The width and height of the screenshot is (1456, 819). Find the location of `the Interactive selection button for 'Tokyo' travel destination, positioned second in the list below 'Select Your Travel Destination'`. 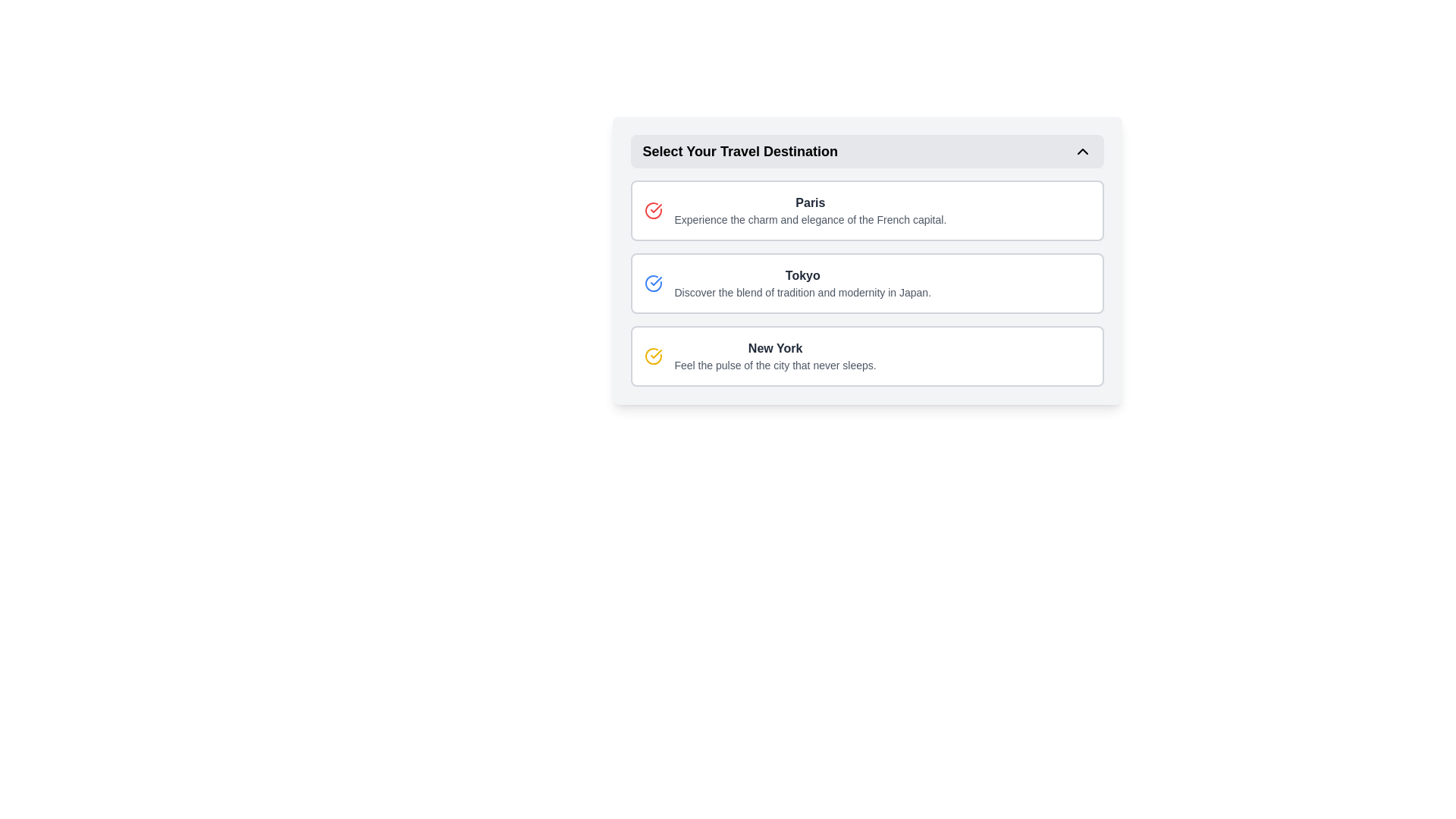

the Interactive selection button for 'Tokyo' travel destination, positioned second in the list below 'Select Your Travel Destination' is located at coordinates (867, 259).